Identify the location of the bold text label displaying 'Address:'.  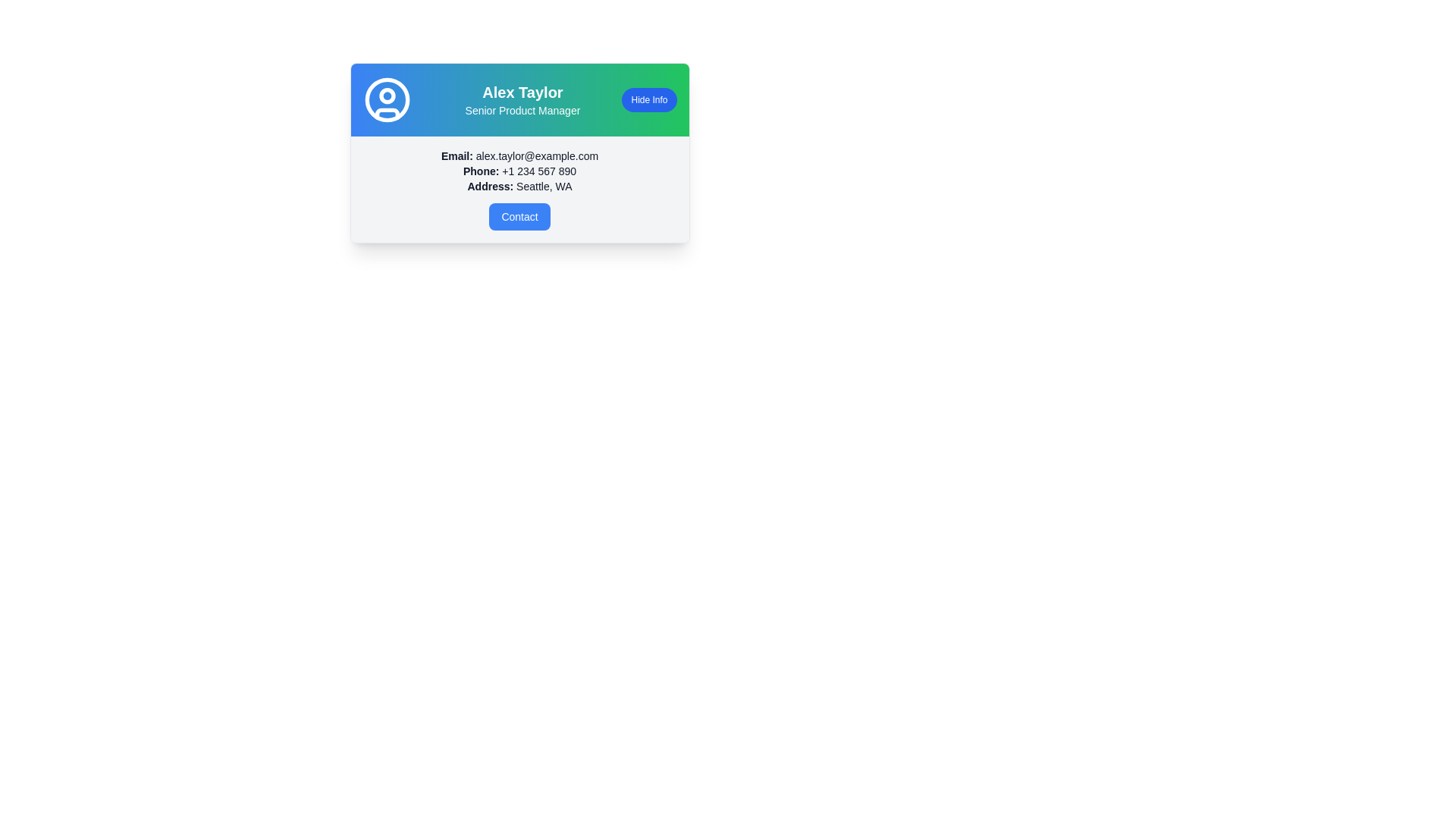
(490, 186).